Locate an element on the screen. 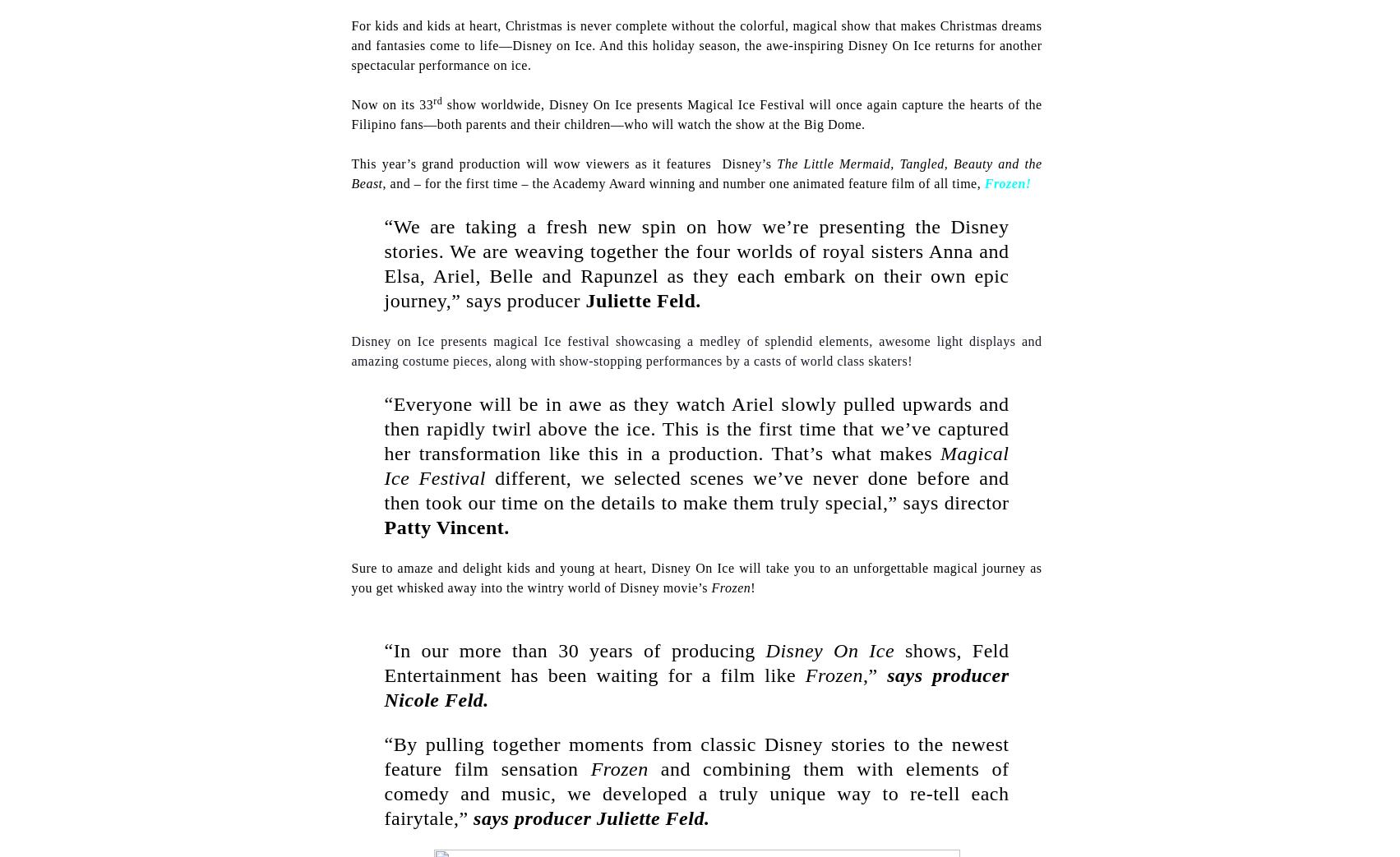 This screenshot has height=857, width=1400. 'Sure to amaze and delight kids and young at heart, Disney On Ice will take you to an unforgettable magical journey as you get whisked away into the wintry world of Disney movie’s' is located at coordinates (696, 578).